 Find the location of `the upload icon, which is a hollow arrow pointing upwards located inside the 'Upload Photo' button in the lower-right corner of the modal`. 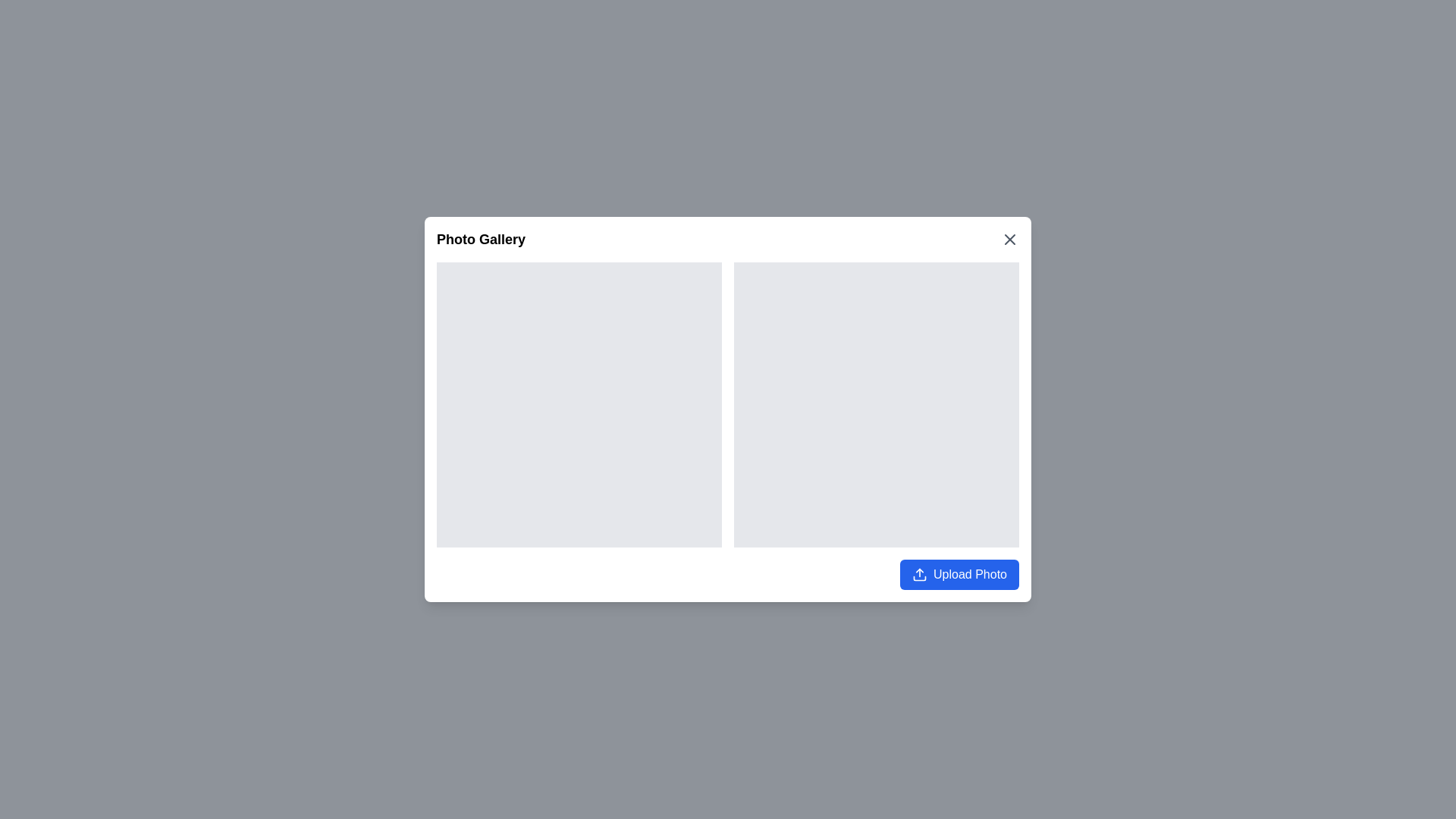

the upload icon, which is a hollow arrow pointing upwards located inside the 'Upload Photo' button in the lower-right corner of the modal is located at coordinates (919, 575).